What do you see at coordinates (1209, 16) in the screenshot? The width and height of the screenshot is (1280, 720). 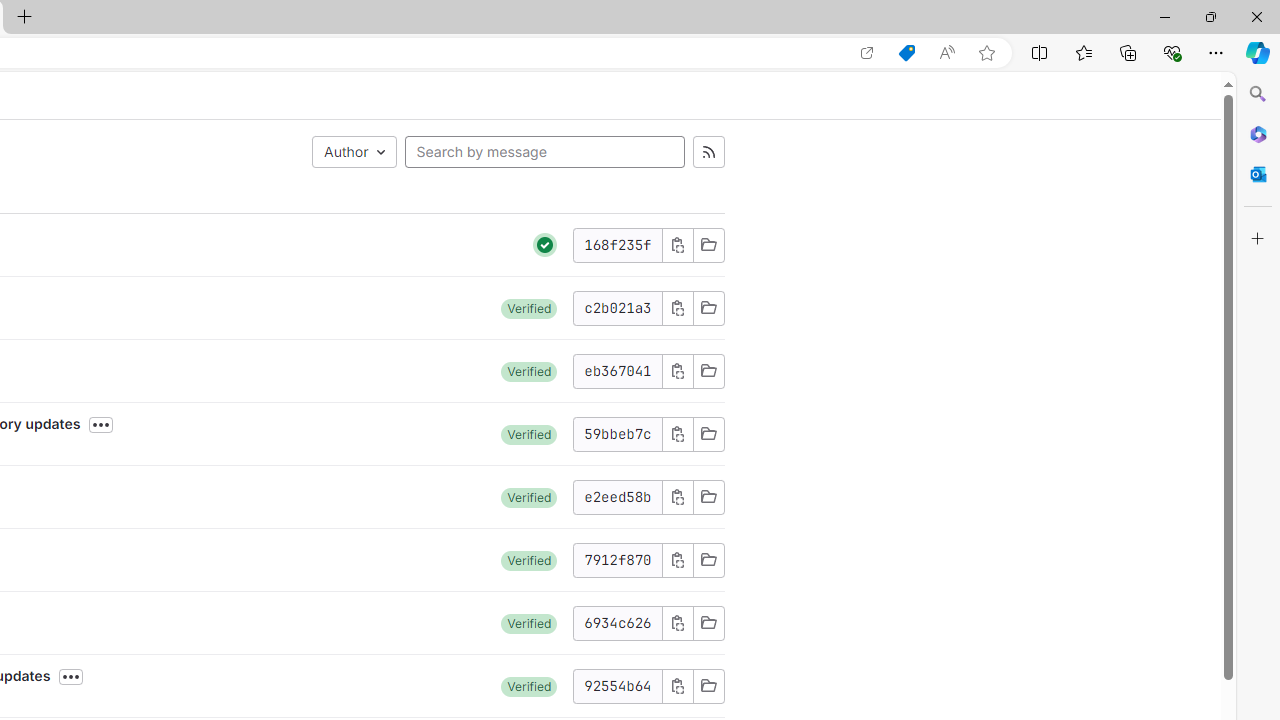 I see `'Restore'` at bounding box center [1209, 16].